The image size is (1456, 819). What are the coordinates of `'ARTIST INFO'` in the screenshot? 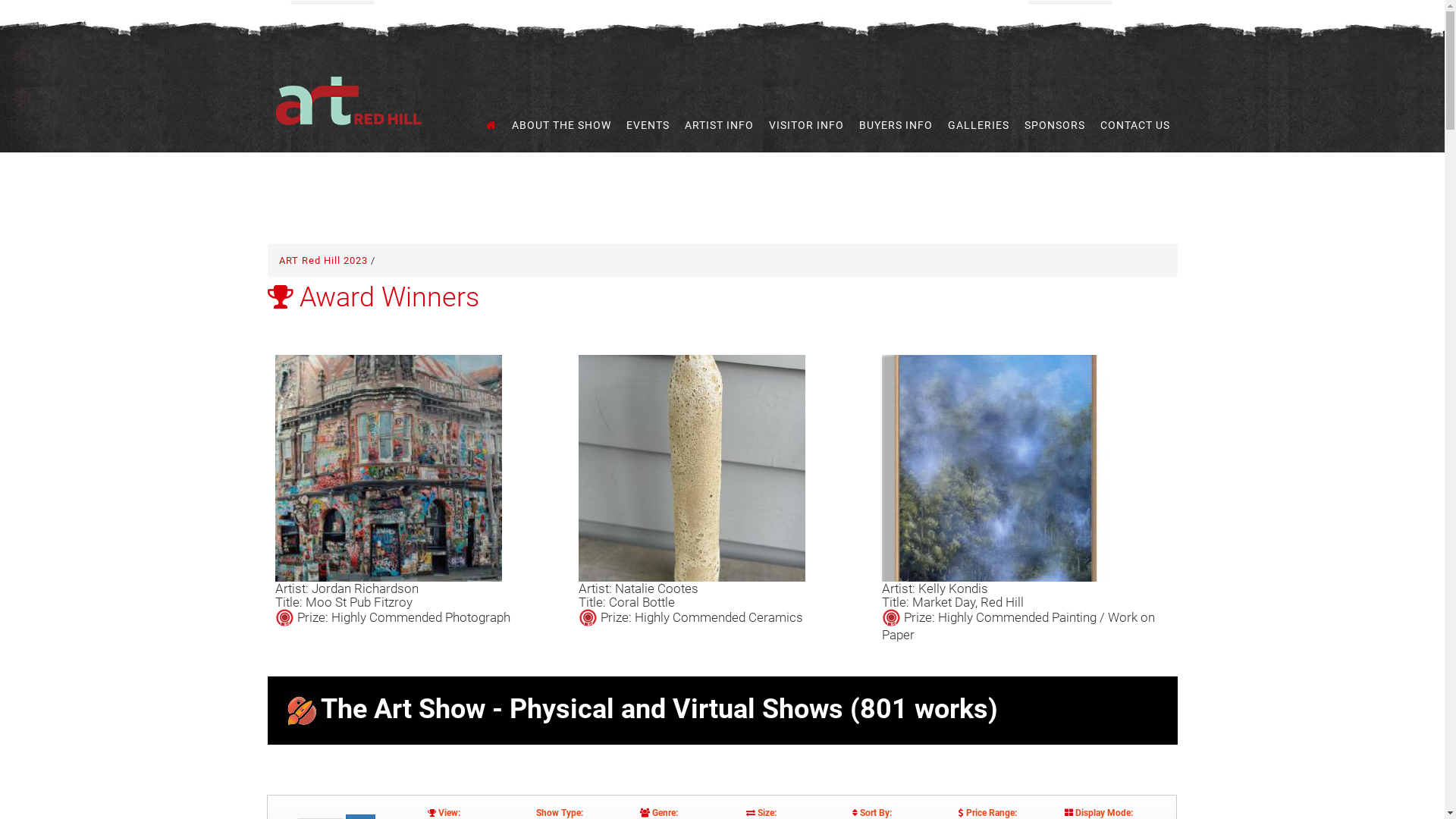 It's located at (718, 124).